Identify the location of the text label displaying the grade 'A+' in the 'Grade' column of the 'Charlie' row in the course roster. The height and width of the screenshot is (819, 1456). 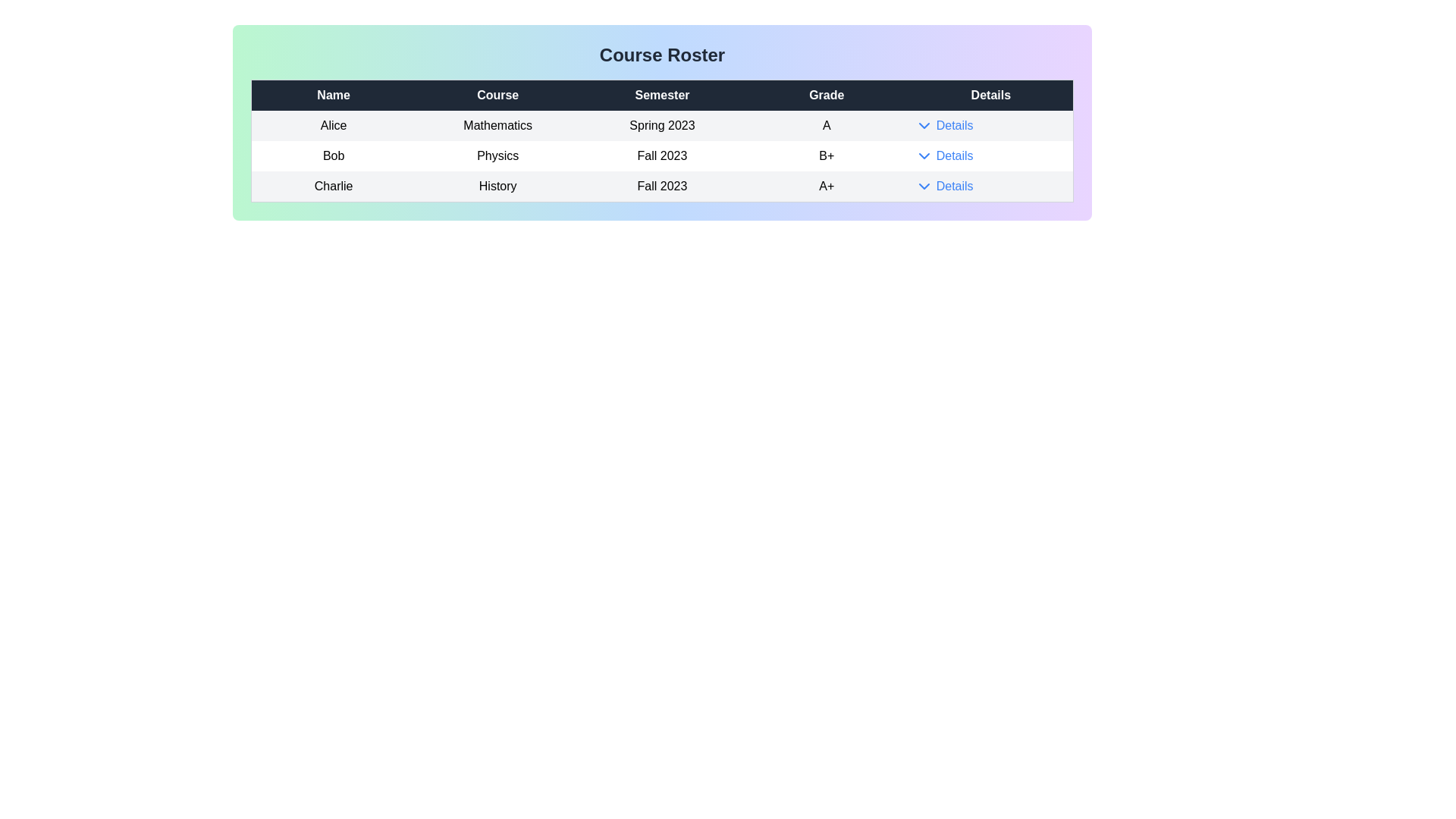
(826, 186).